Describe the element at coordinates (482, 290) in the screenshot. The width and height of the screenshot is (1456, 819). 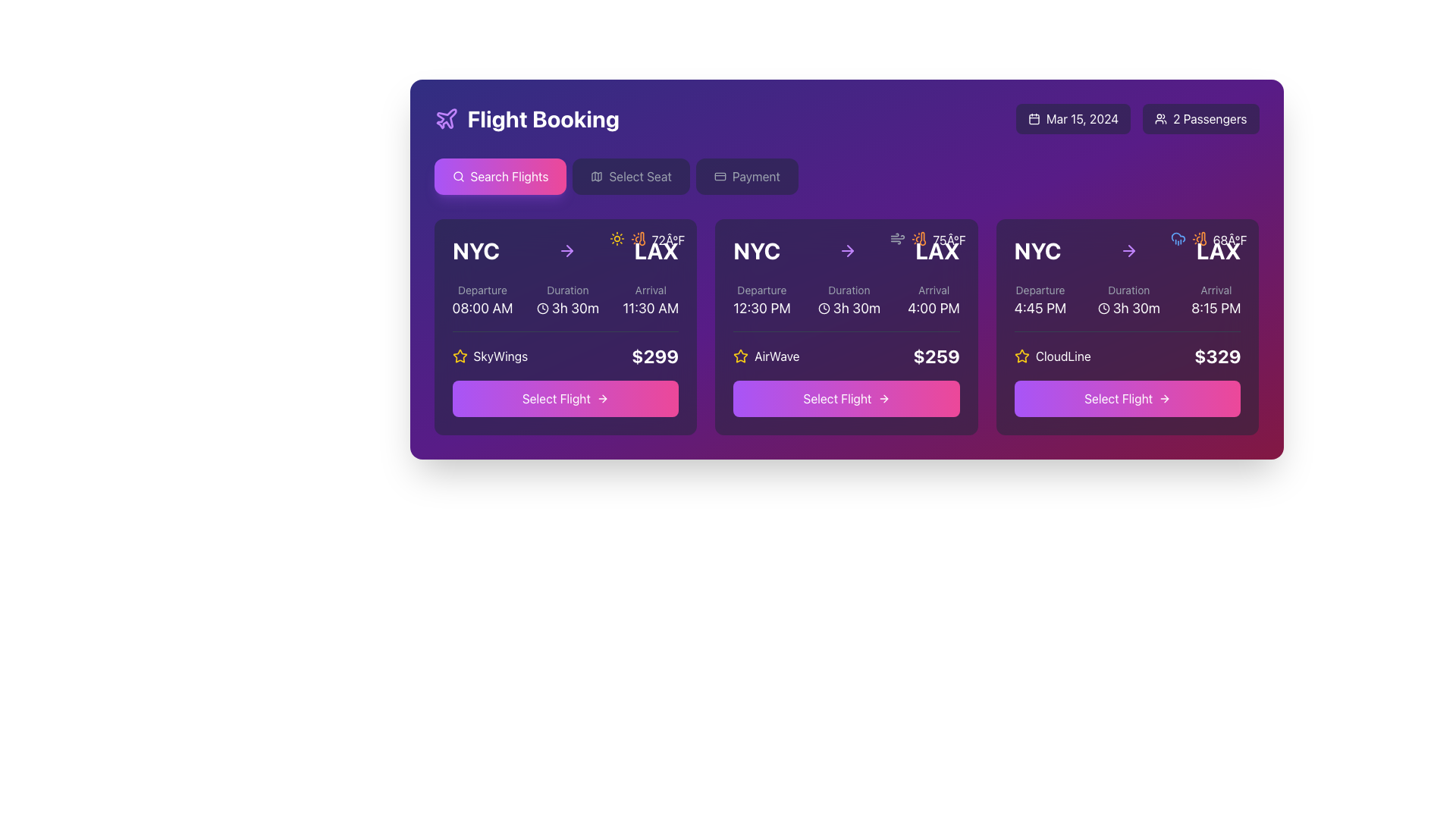
I see `the small textual label displaying 'Departure' which is positioned above the '08:00 AM' time in the flight option card for NYC to LAX` at that location.